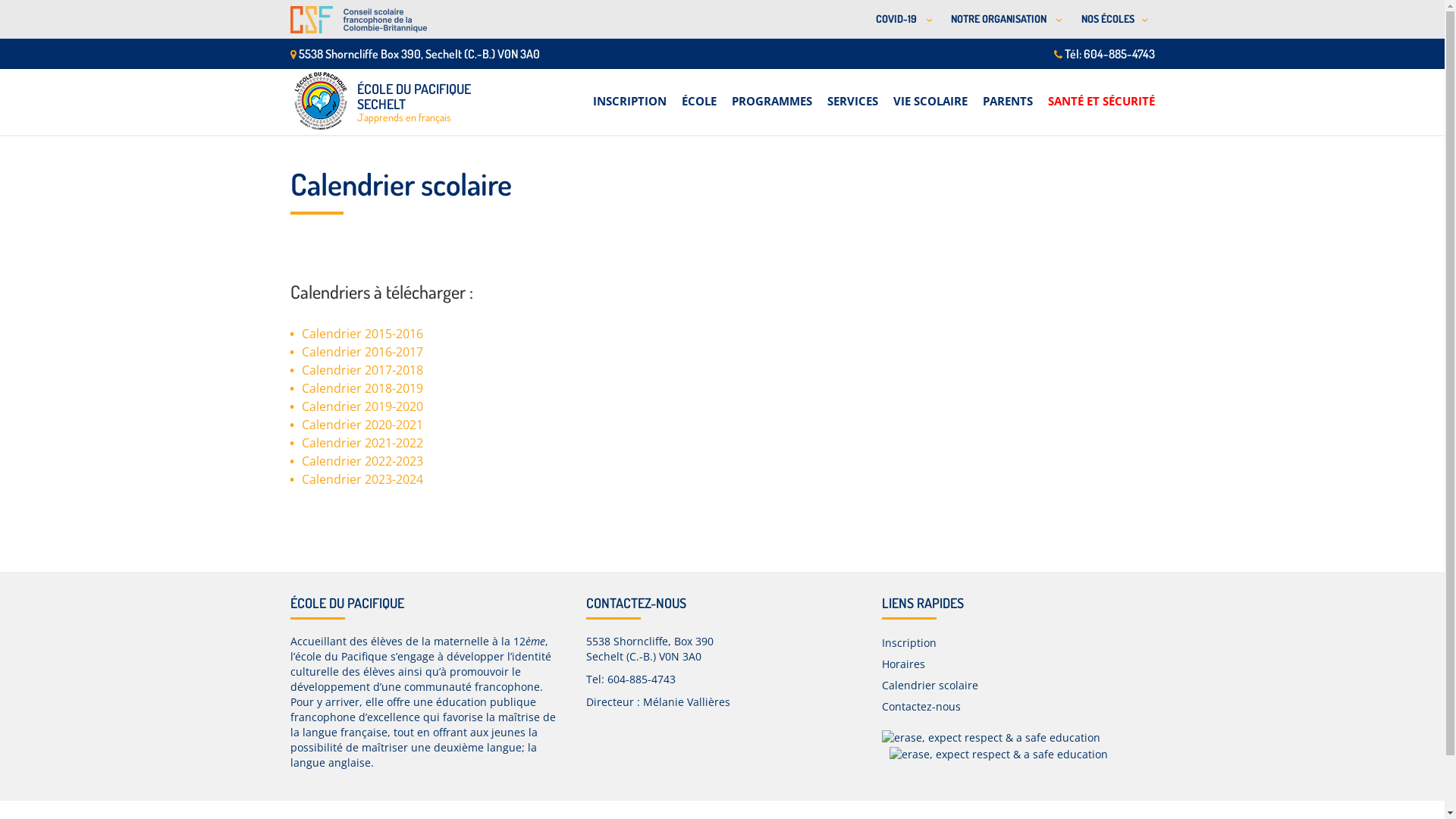  Describe the element at coordinates (629, 93) in the screenshot. I see `'INSCRIPTION'` at that location.